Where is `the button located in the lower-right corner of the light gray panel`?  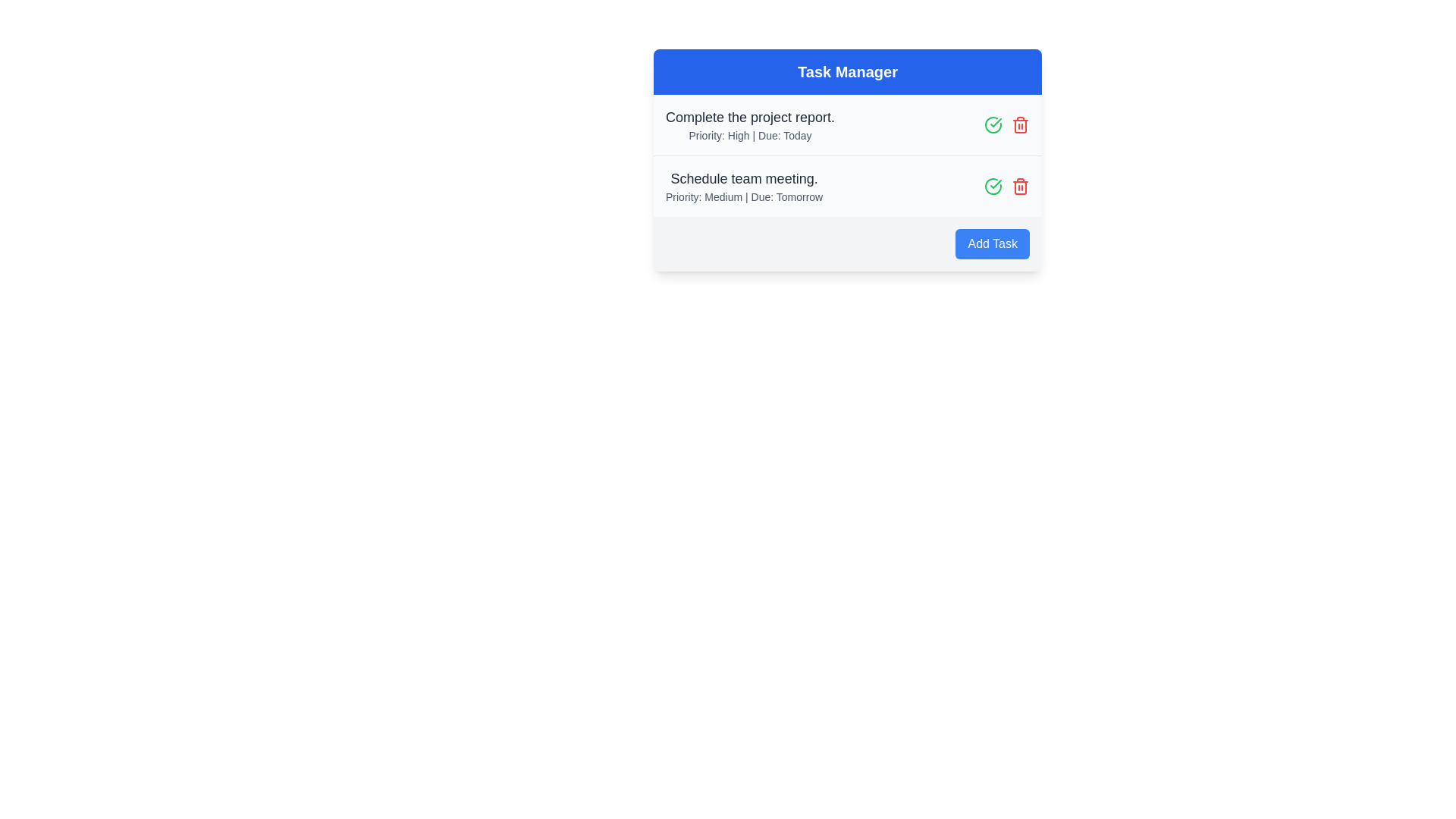 the button located in the lower-right corner of the light gray panel is located at coordinates (993, 243).